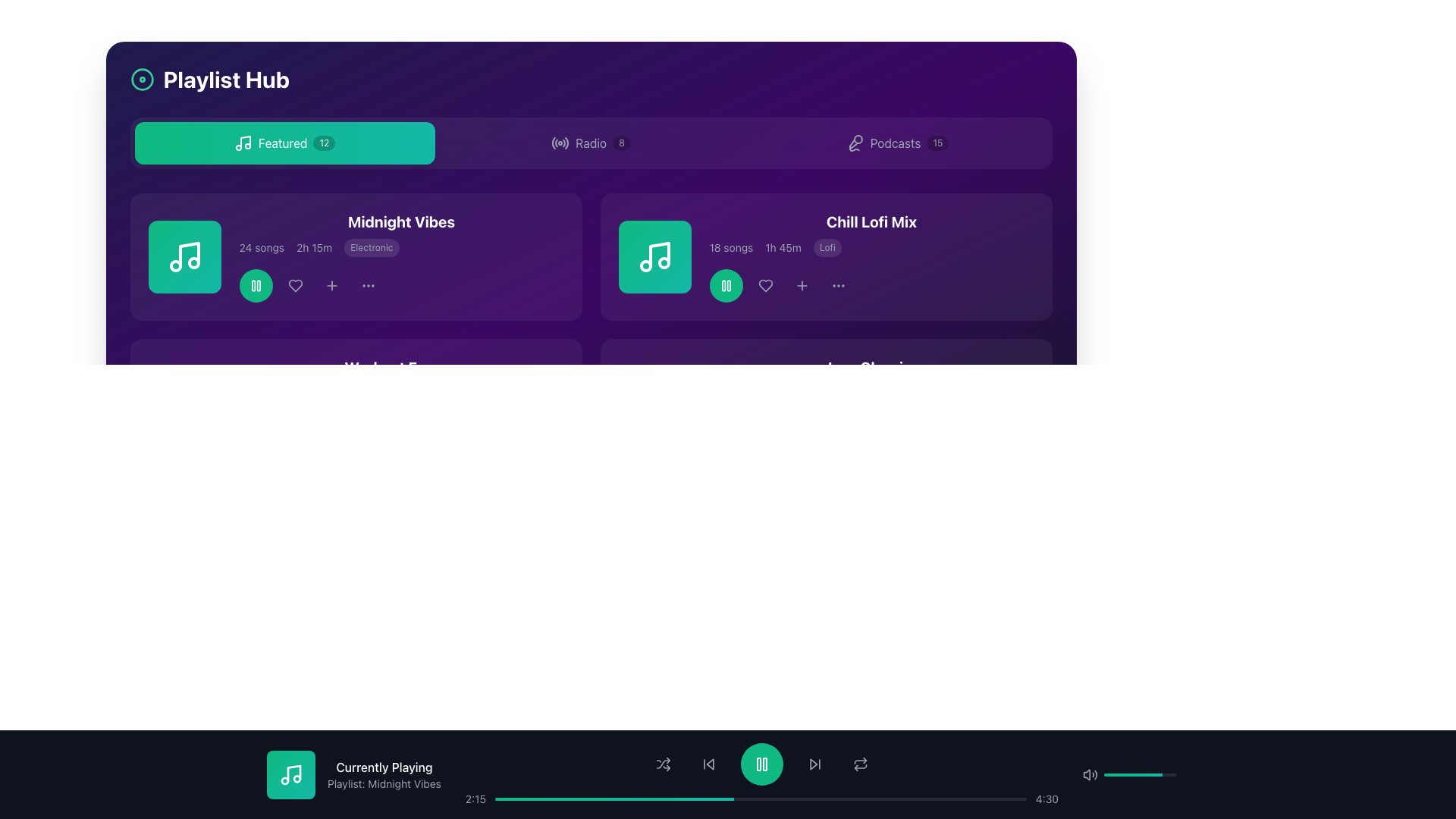 The height and width of the screenshot is (819, 1456). Describe the element at coordinates (801, 286) in the screenshot. I see `the fourth clickable icon located in the row of interactive controls beneath the 'Chill Lofi Mix' playlist title` at that location.